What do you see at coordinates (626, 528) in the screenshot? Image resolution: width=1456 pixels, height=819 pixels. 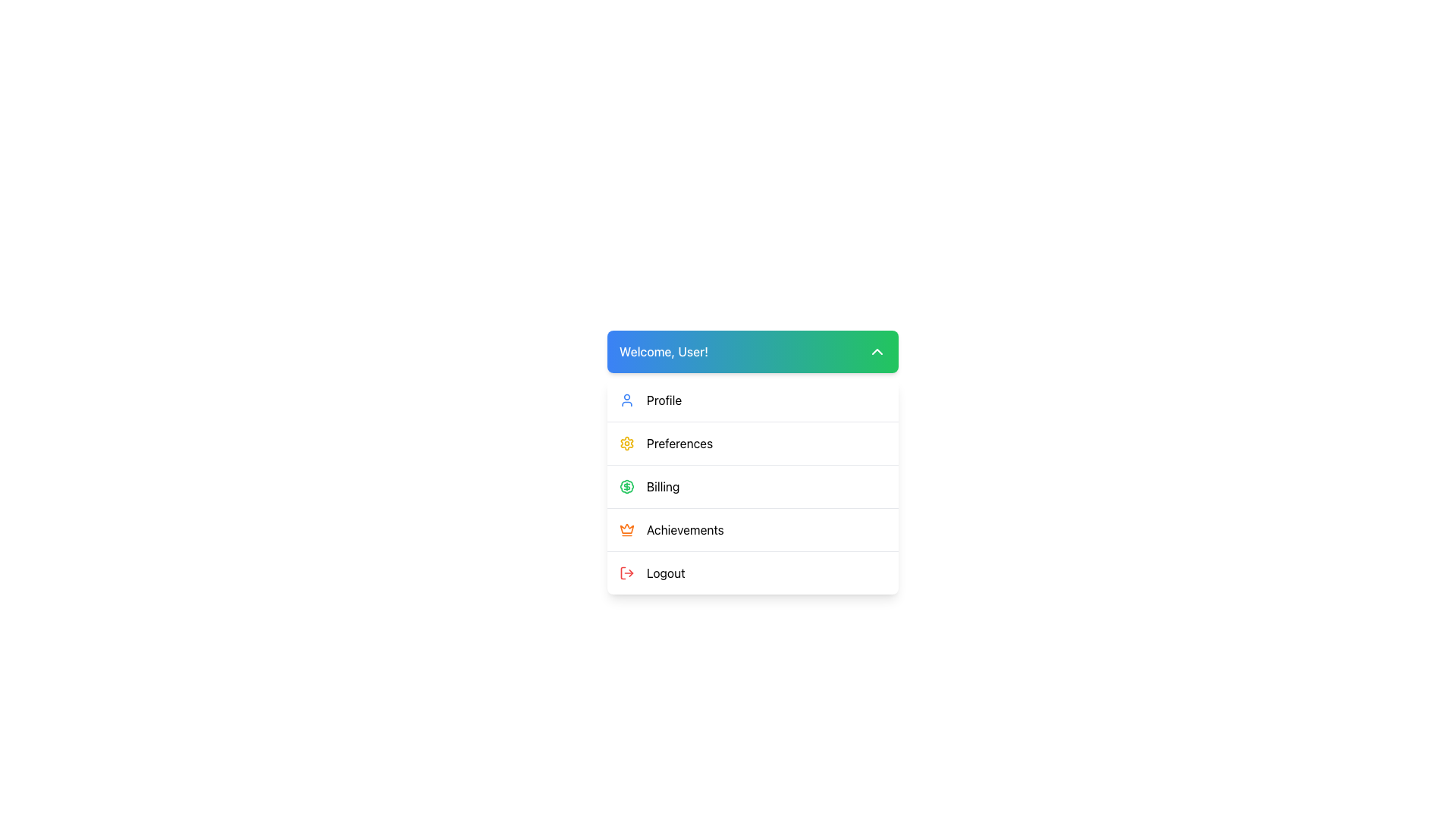 I see `the crown-shaped icon with an orange hue located near the top section of the dropdown menu` at bounding box center [626, 528].